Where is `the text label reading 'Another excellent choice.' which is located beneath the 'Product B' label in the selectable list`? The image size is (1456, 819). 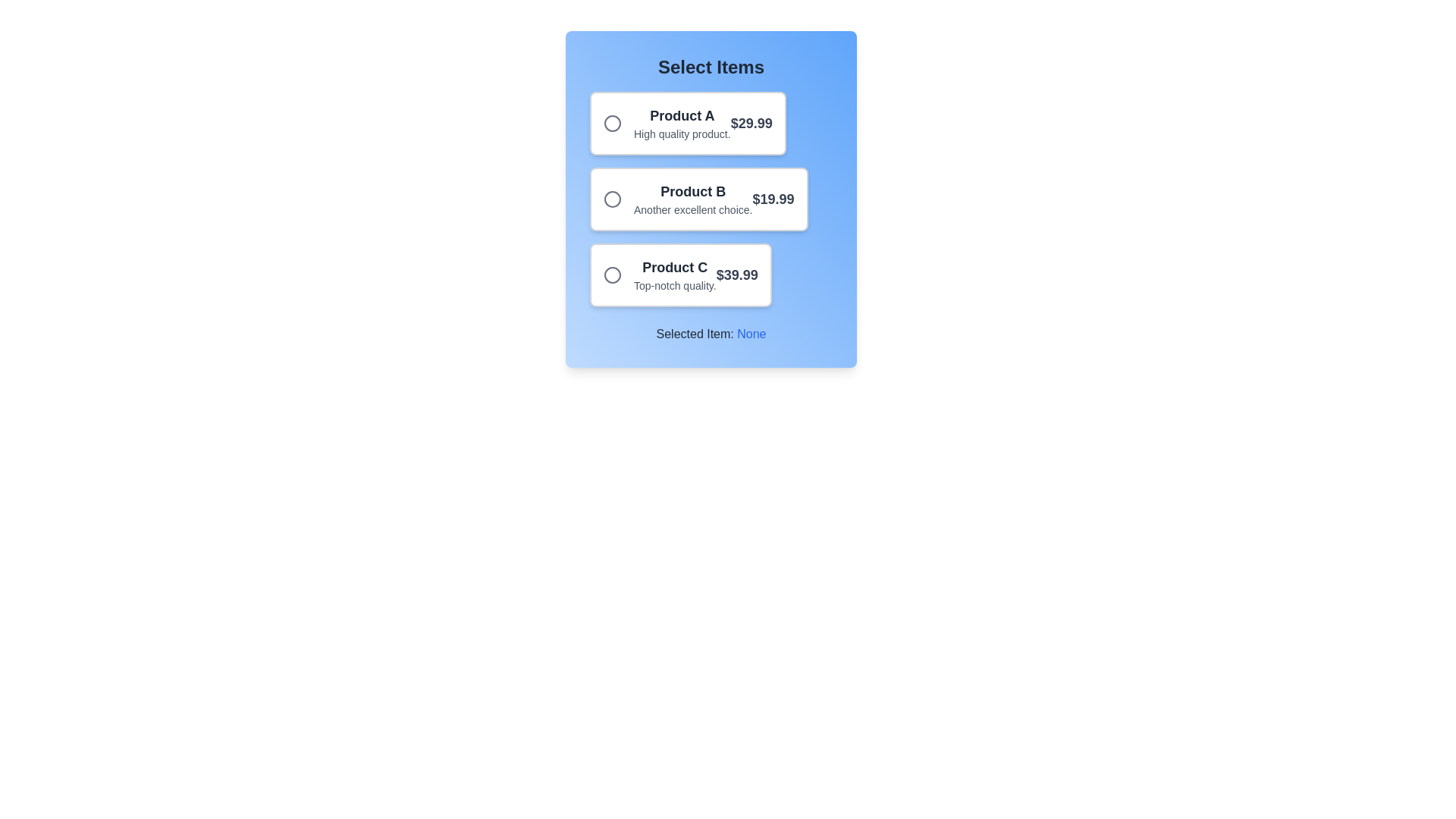
the text label reading 'Another excellent choice.' which is located beneath the 'Product B' label in the selectable list is located at coordinates (692, 210).